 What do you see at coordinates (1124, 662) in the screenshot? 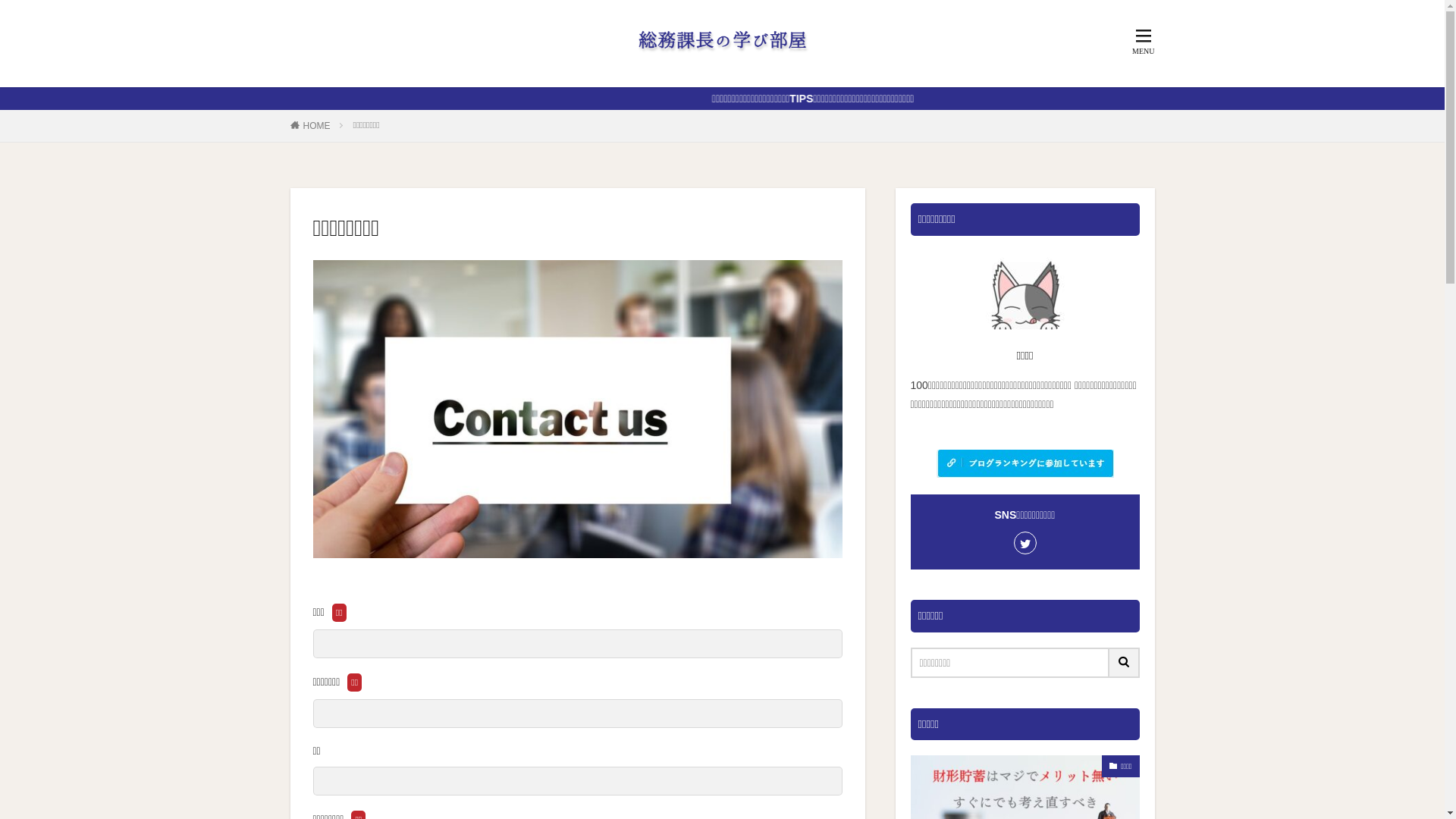
I see `'search'` at bounding box center [1124, 662].